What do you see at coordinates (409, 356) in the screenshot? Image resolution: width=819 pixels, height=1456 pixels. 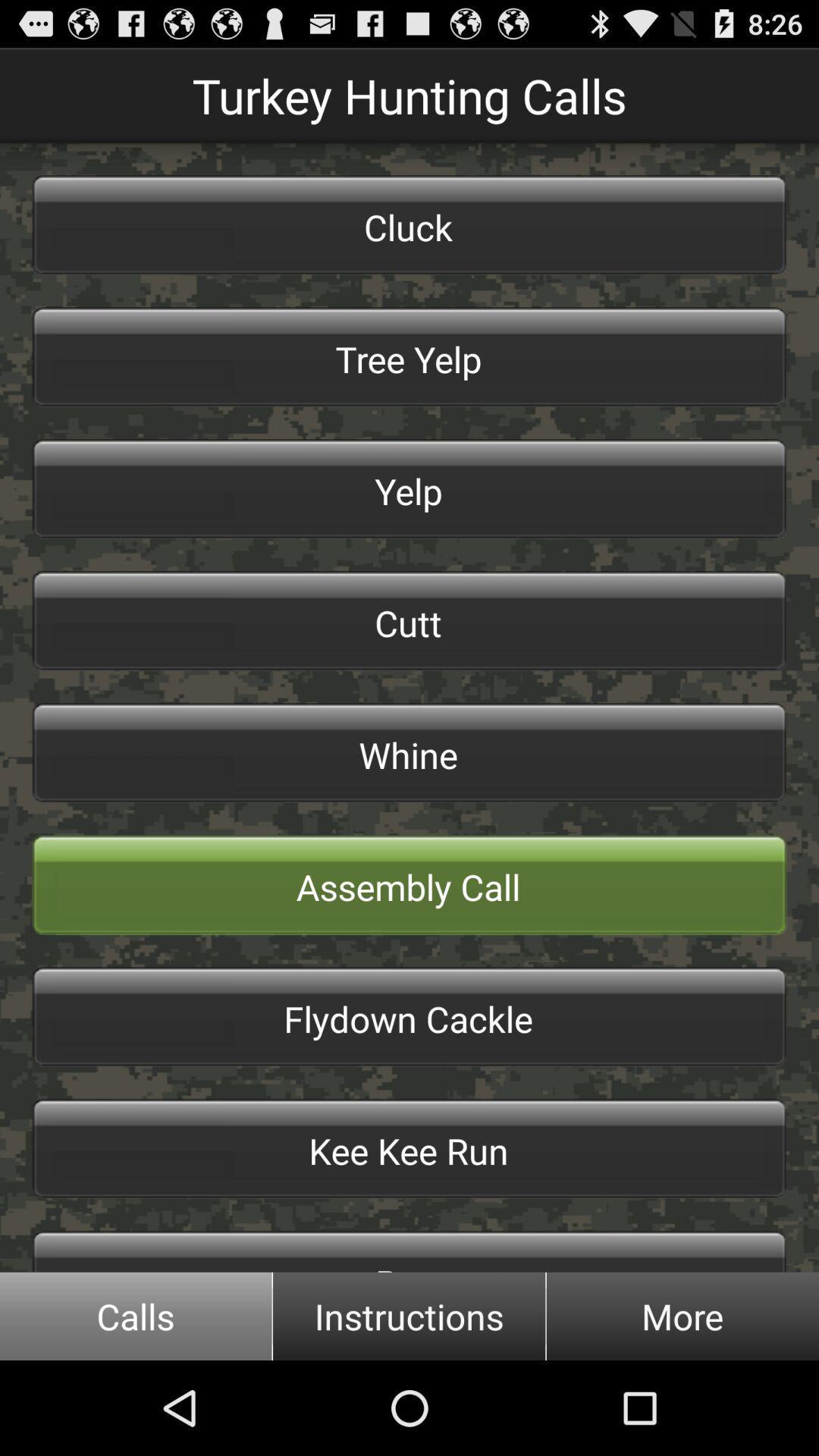 I see `tree yelp icon` at bounding box center [409, 356].